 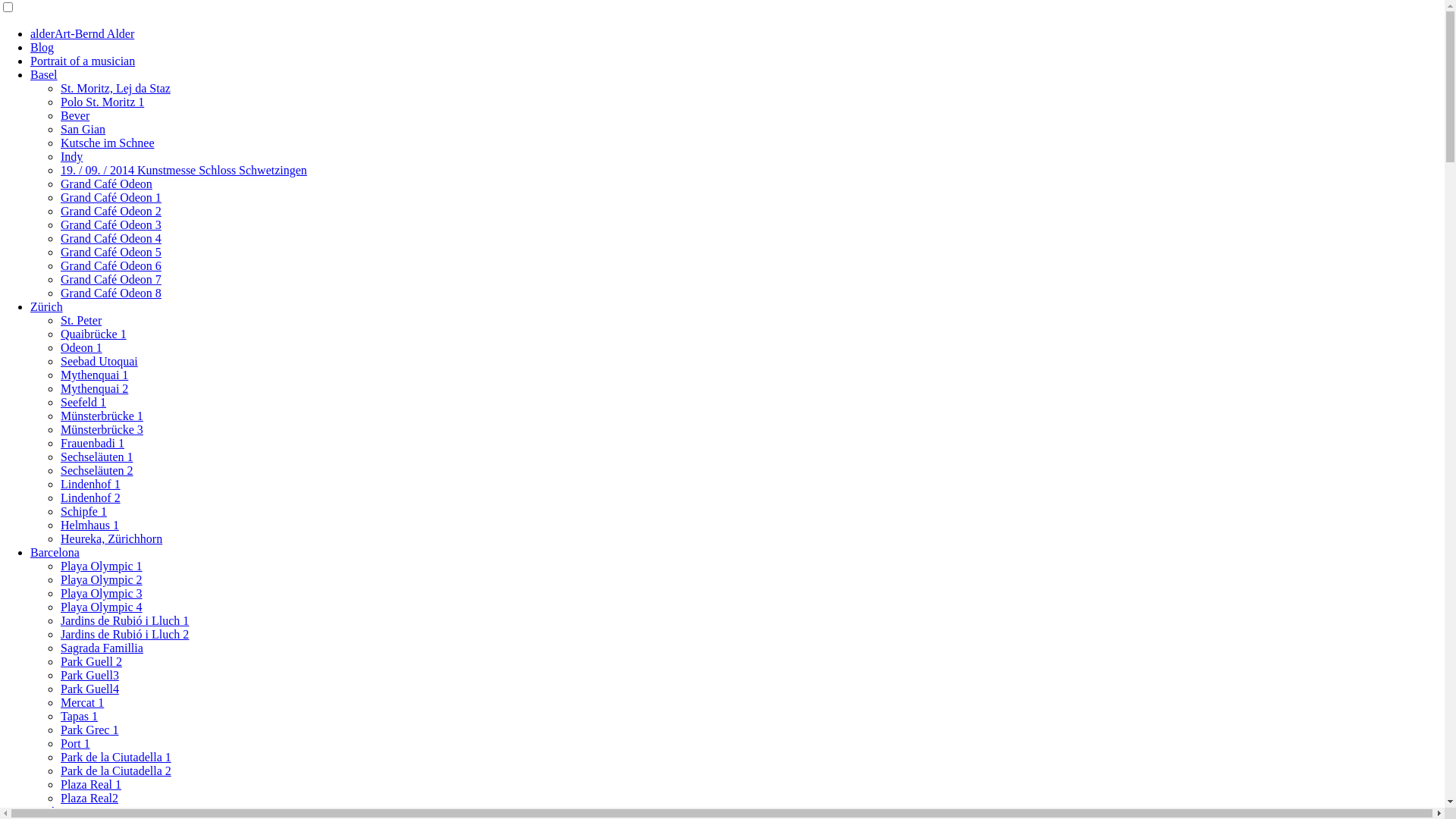 I want to click on 'Frauenbadi 1', so click(x=91, y=443).